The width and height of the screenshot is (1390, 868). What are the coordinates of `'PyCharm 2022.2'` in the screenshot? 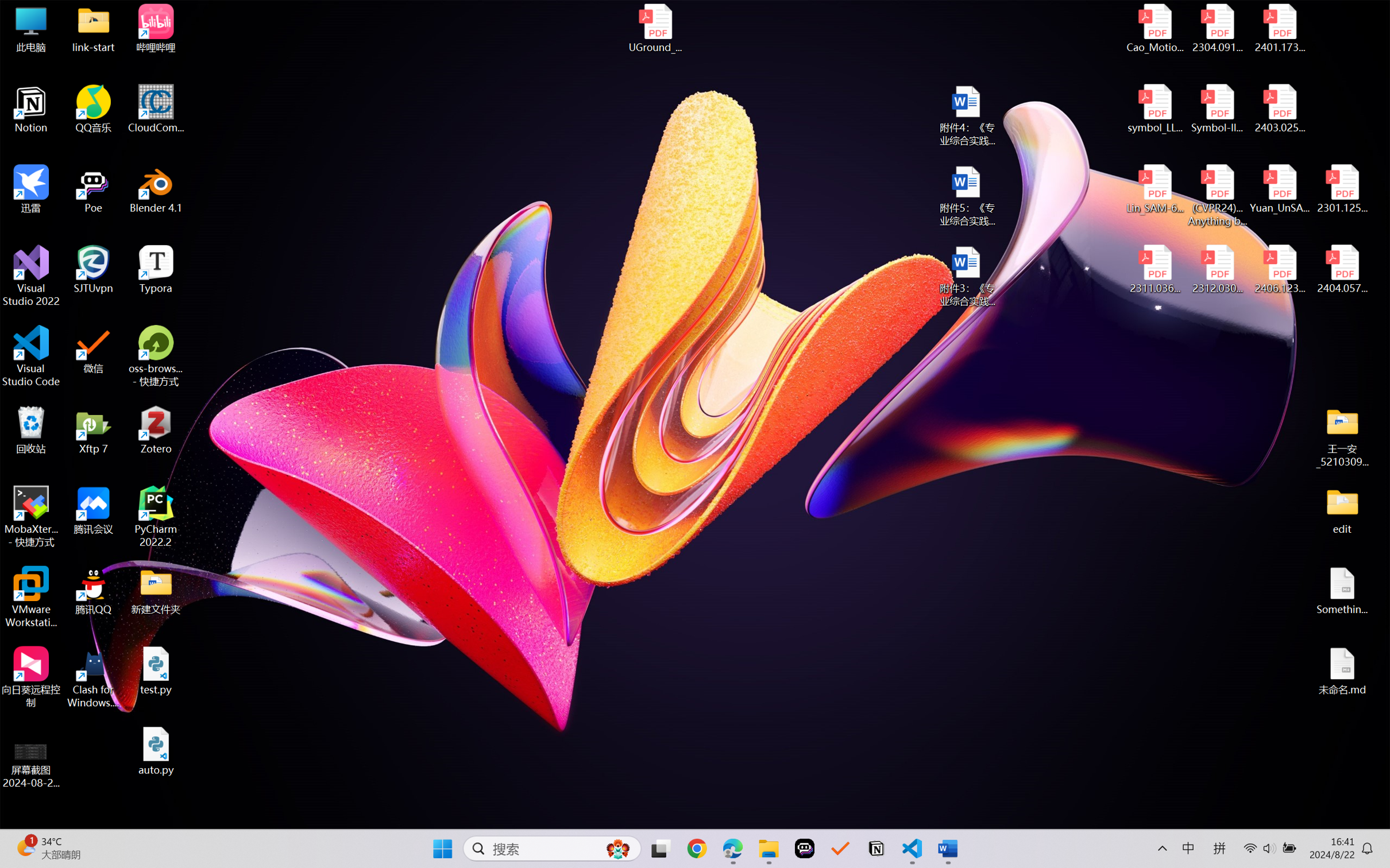 It's located at (156, 517).